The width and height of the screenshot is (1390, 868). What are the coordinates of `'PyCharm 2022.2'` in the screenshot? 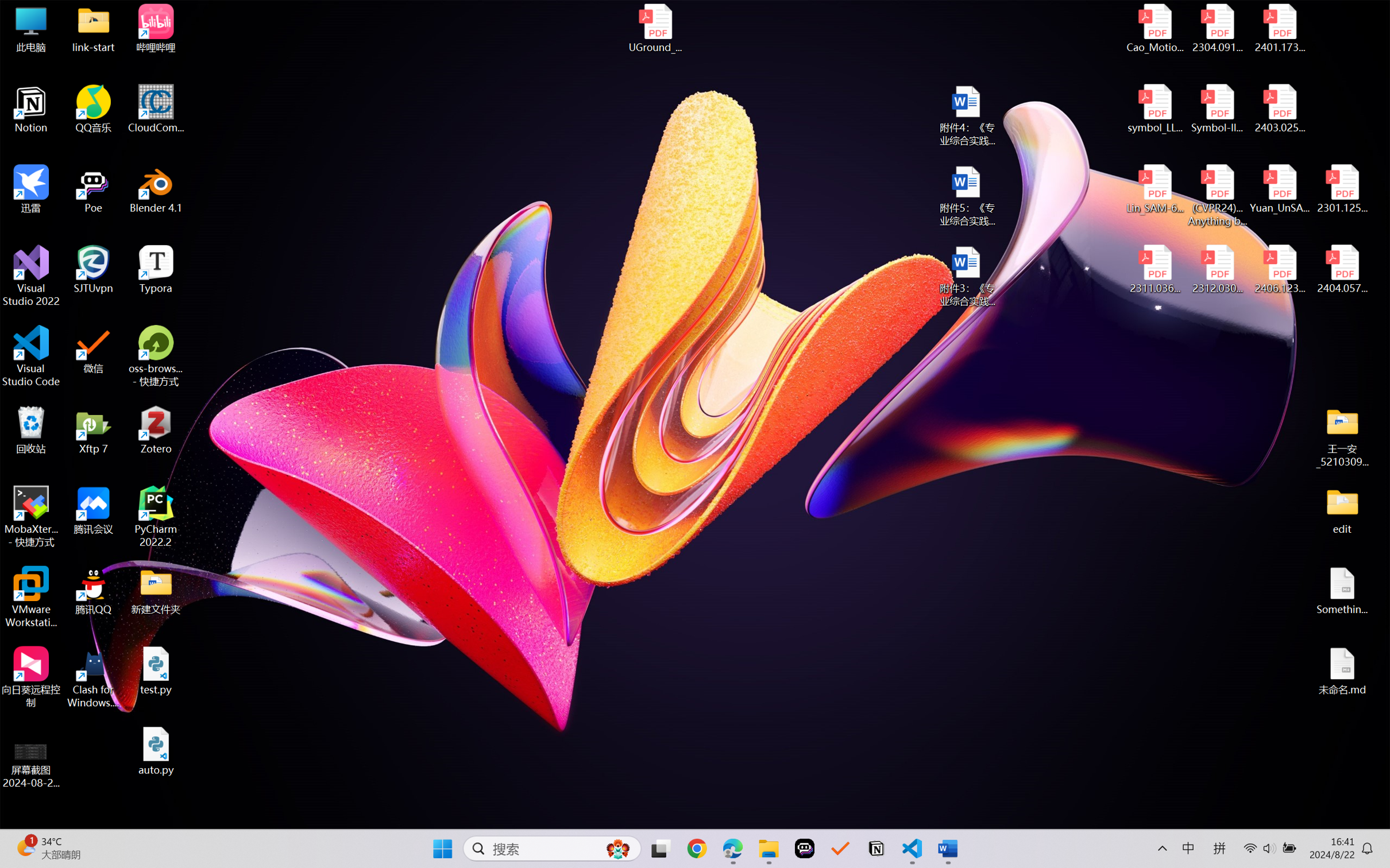 It's located at (156, 517).